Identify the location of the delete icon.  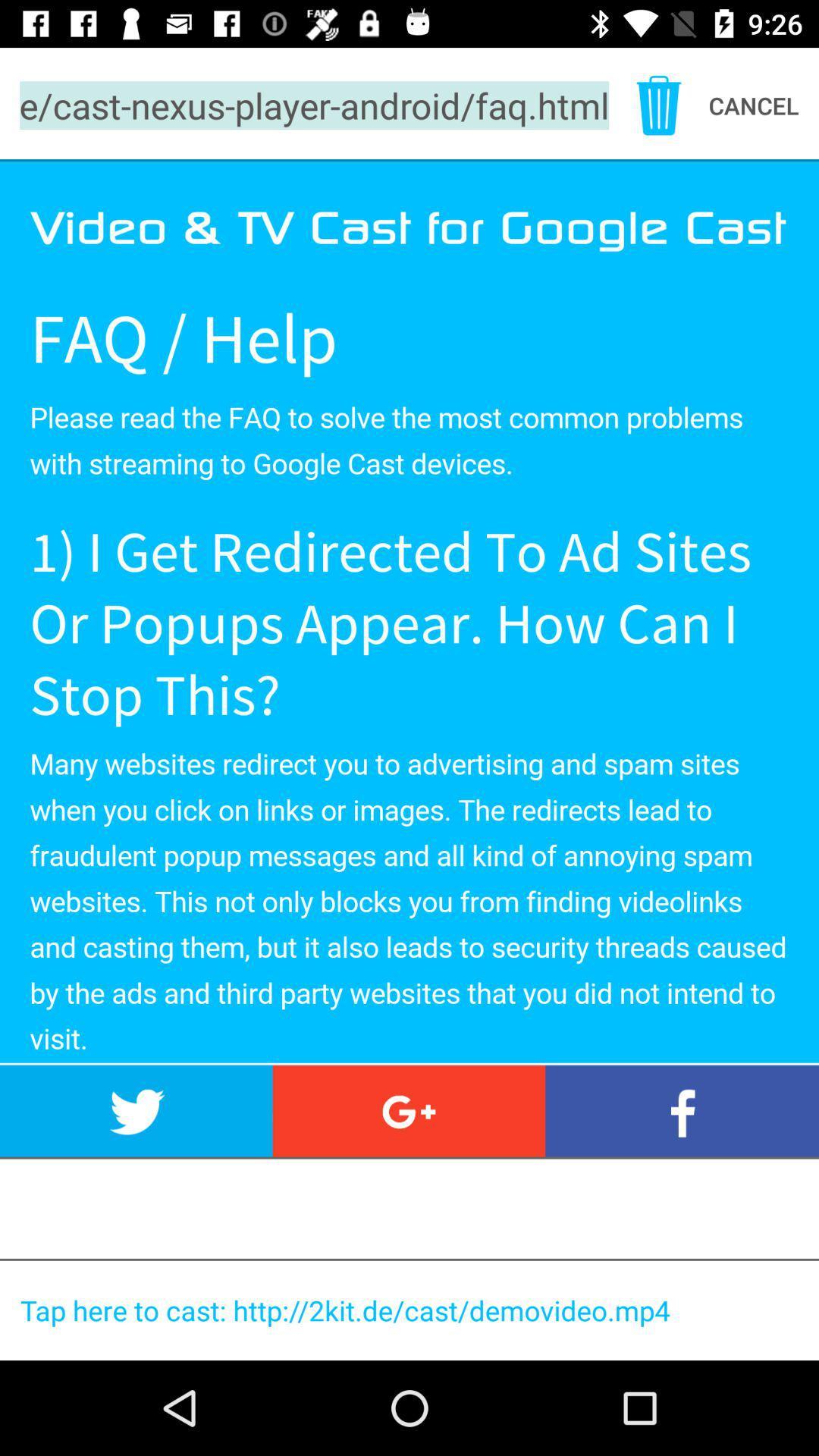
(657, 105).